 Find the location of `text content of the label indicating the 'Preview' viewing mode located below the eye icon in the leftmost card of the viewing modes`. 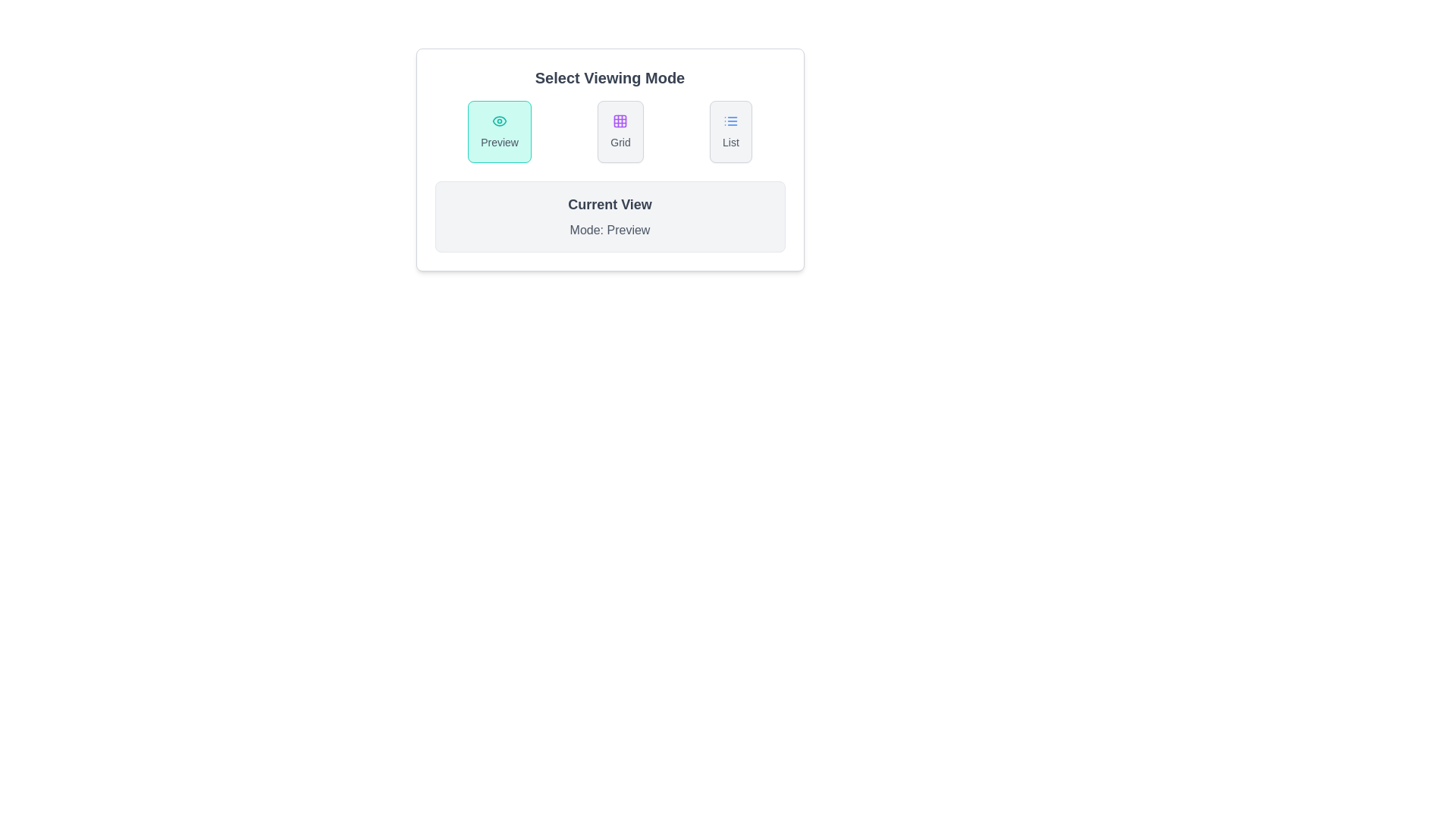

text content of the label indicating the 'Preview' viewing mode located below the eye icon in the leftmost card of the viewing modes is located at coordinates (500, 143).